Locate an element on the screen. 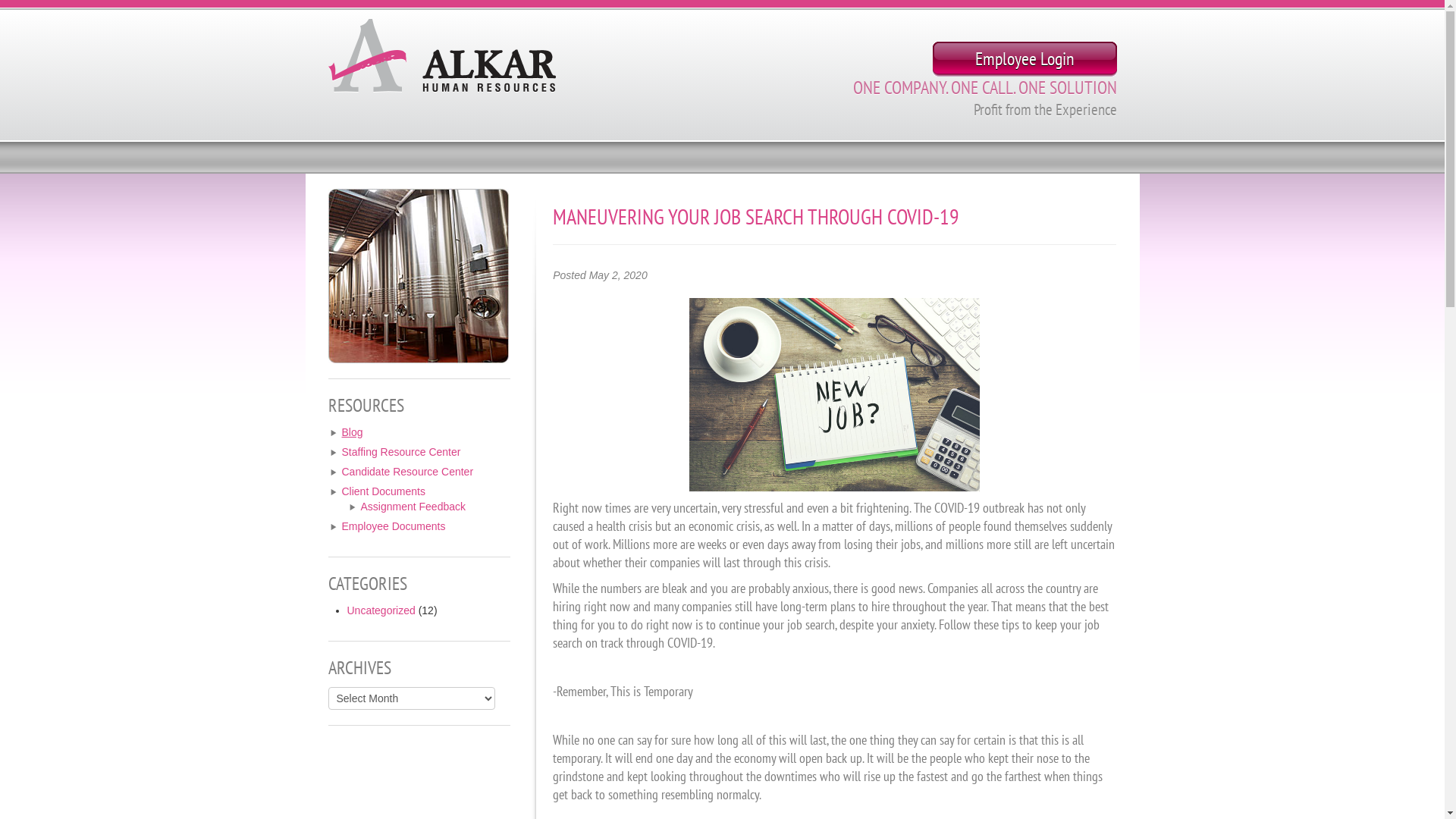 Image resolution: width=1456 pixels, height=819 pixels. 'Employee Login' is located at coordinates (931, 58).